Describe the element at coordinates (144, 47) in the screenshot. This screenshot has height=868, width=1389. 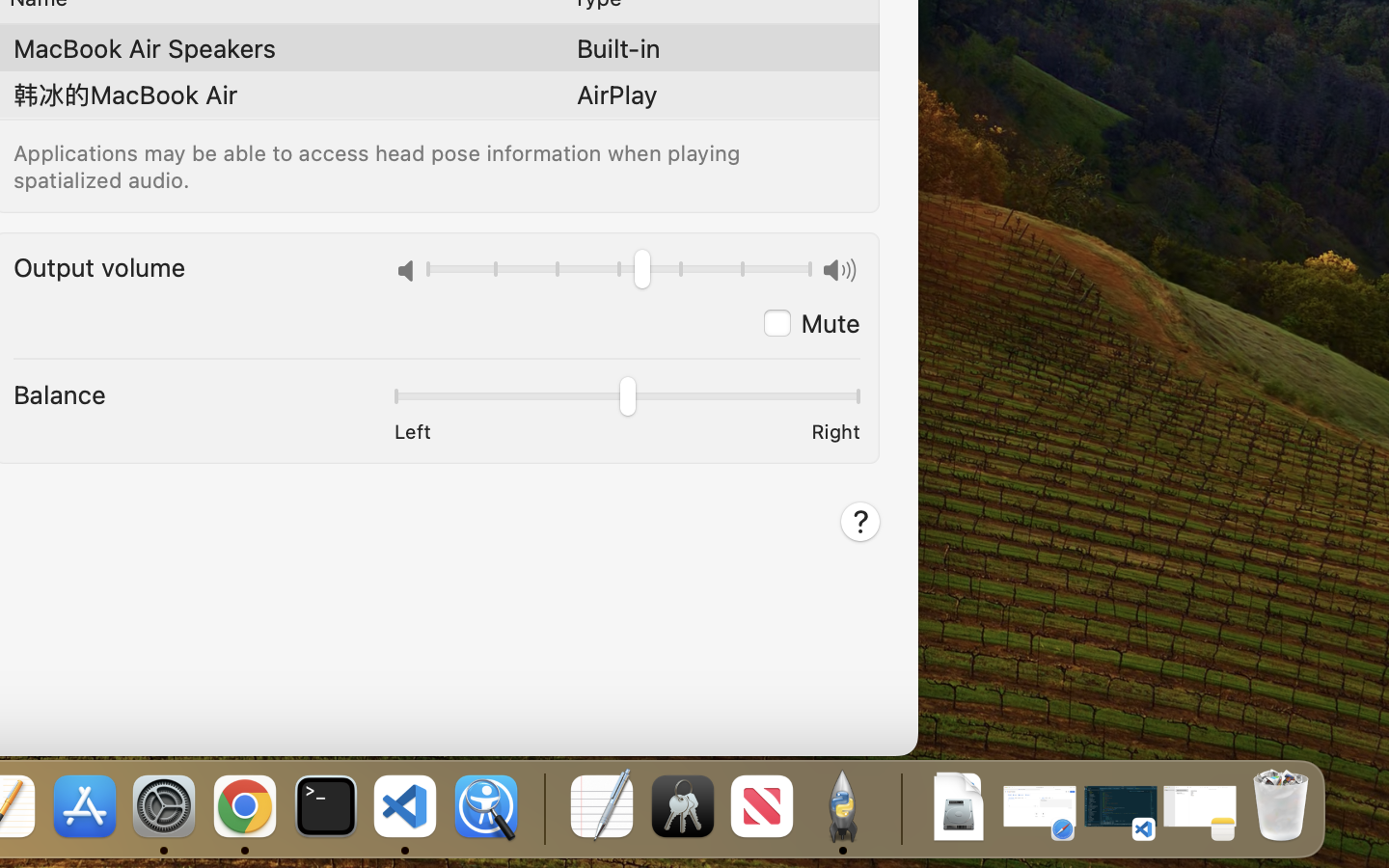
I see `'MacBook Air Speakers'` at that location.